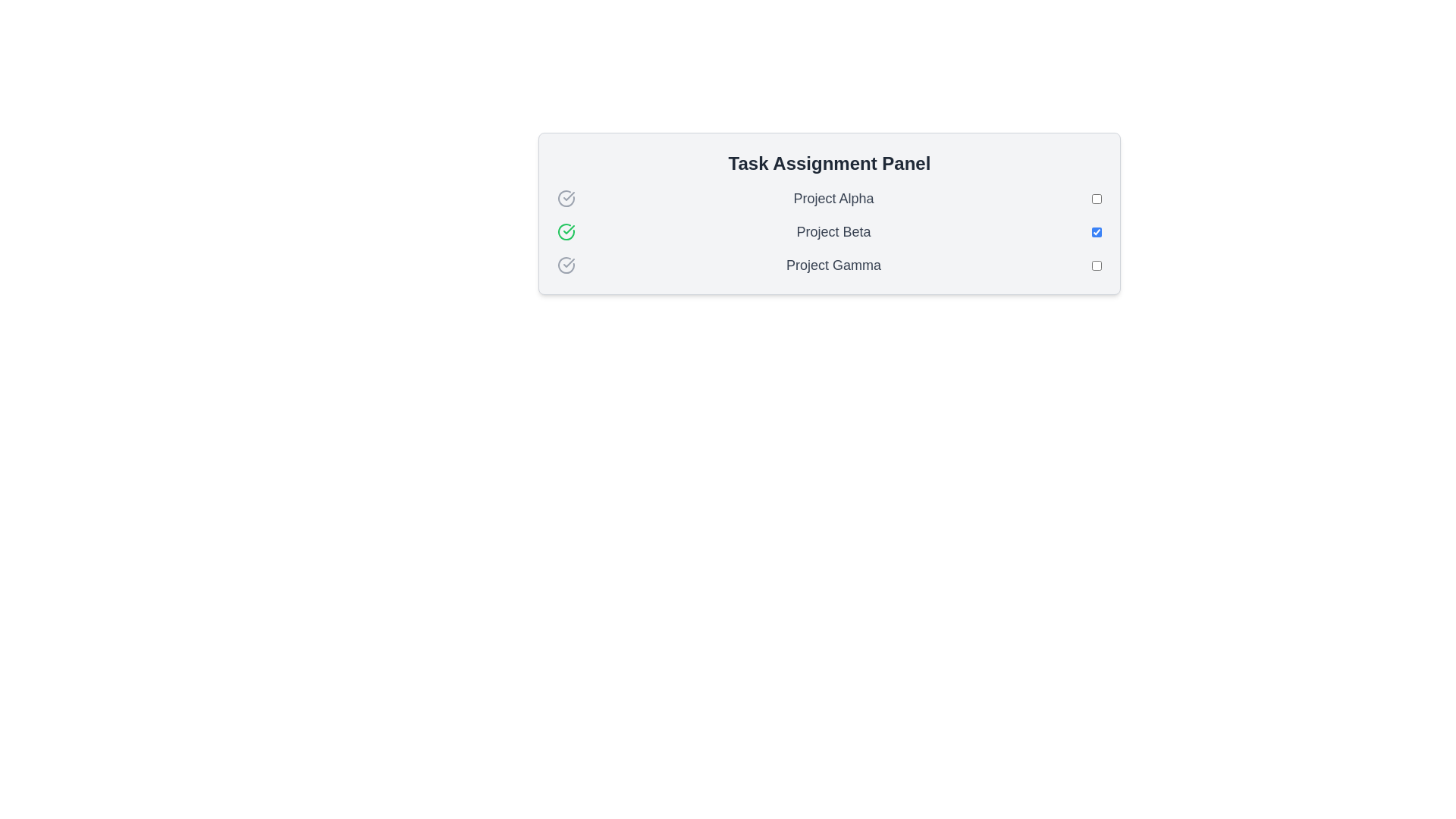  Describe the element at coordinates (833, 198) in the screenshot. I see `the Text Label that indicates the name of a project or item in the task list, positioned centrally with a checkmark icon on the left and a checkbox on the right` at that location.